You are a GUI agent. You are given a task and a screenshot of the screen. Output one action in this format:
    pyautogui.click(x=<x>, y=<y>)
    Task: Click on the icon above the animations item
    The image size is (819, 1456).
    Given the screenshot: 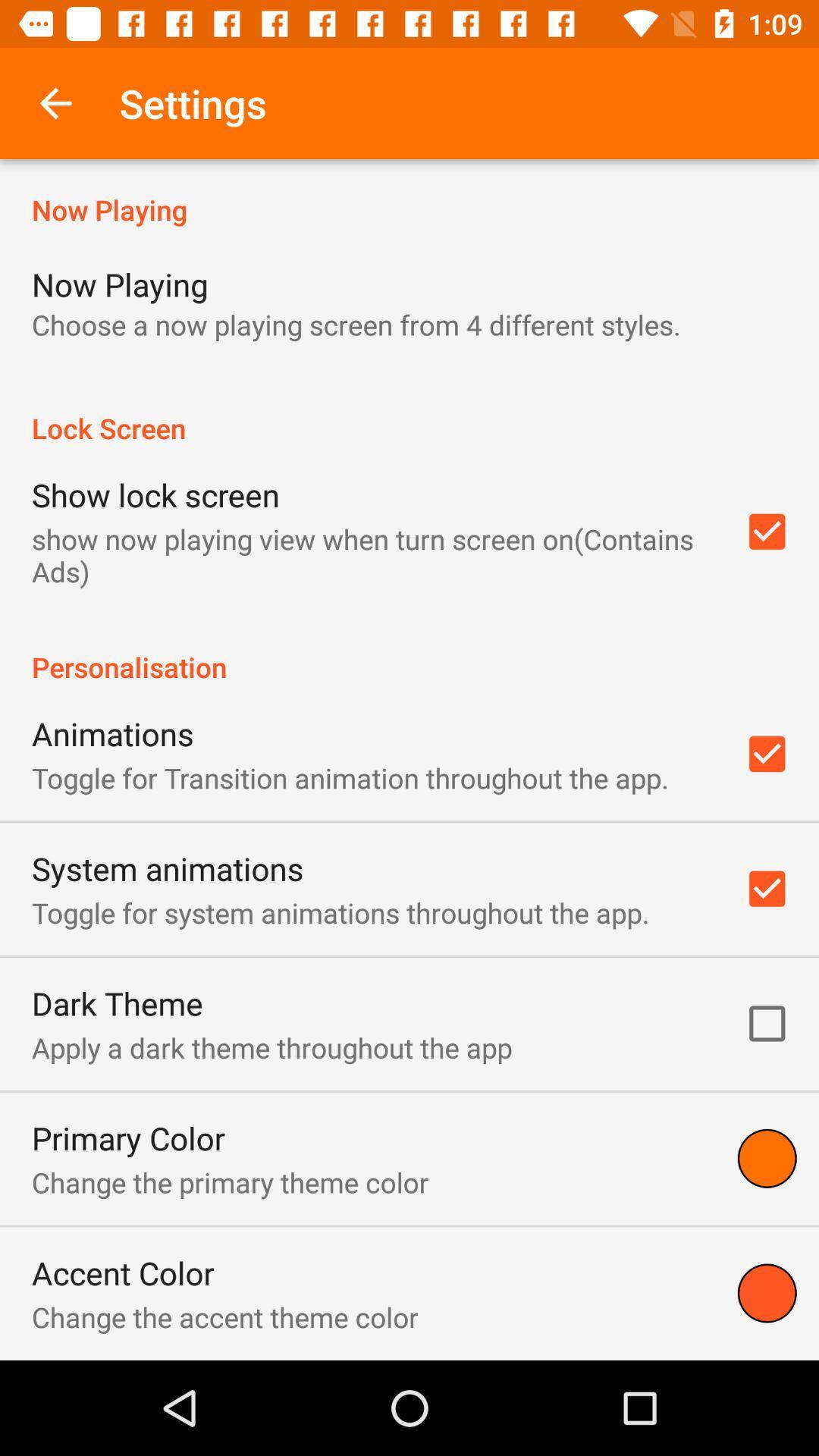 What is the action you would take?
    pyautogui.click(x=409, y=651)
    